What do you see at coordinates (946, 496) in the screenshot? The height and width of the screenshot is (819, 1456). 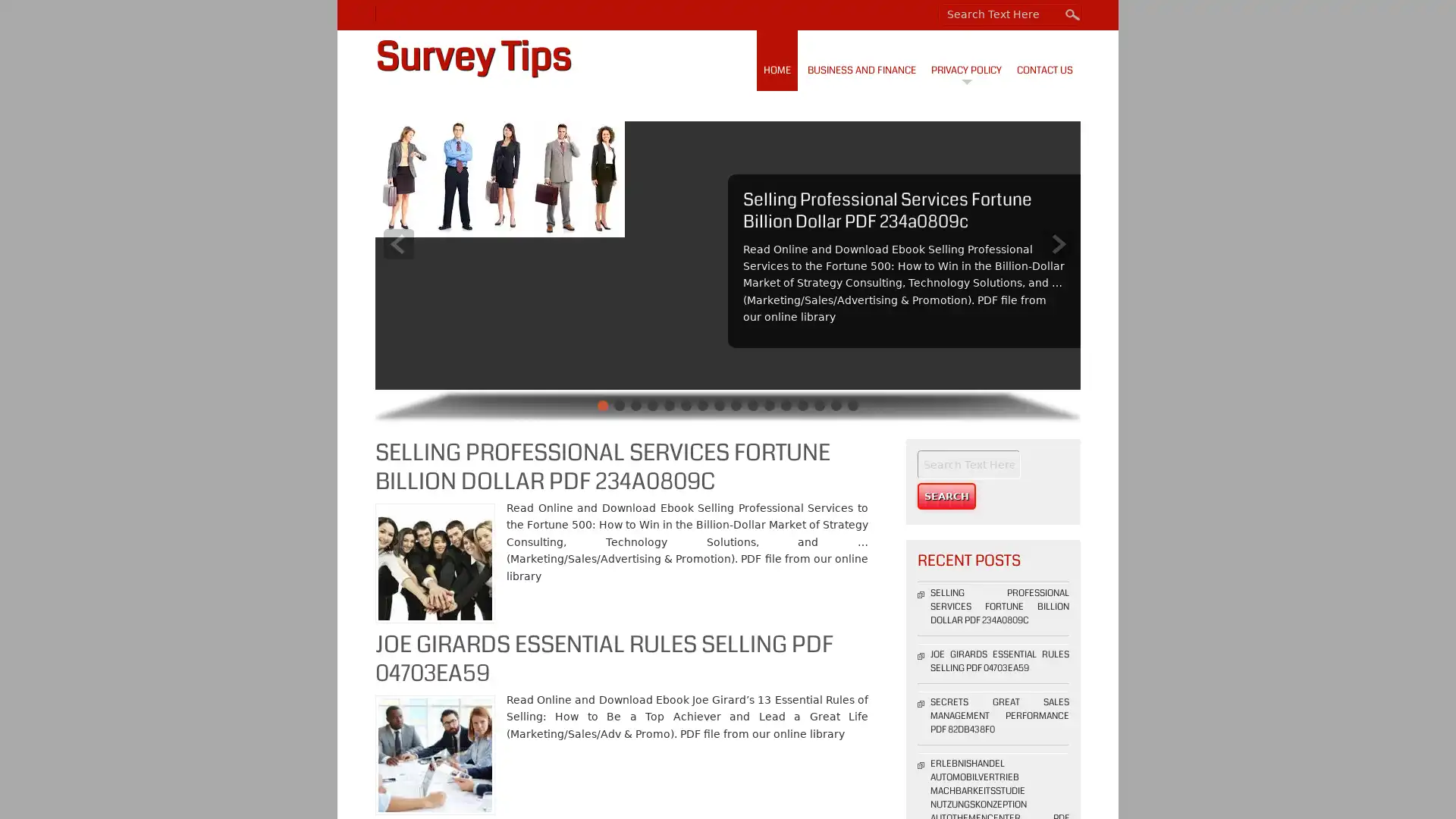 I see `Search` at bounding box center [946, 496].